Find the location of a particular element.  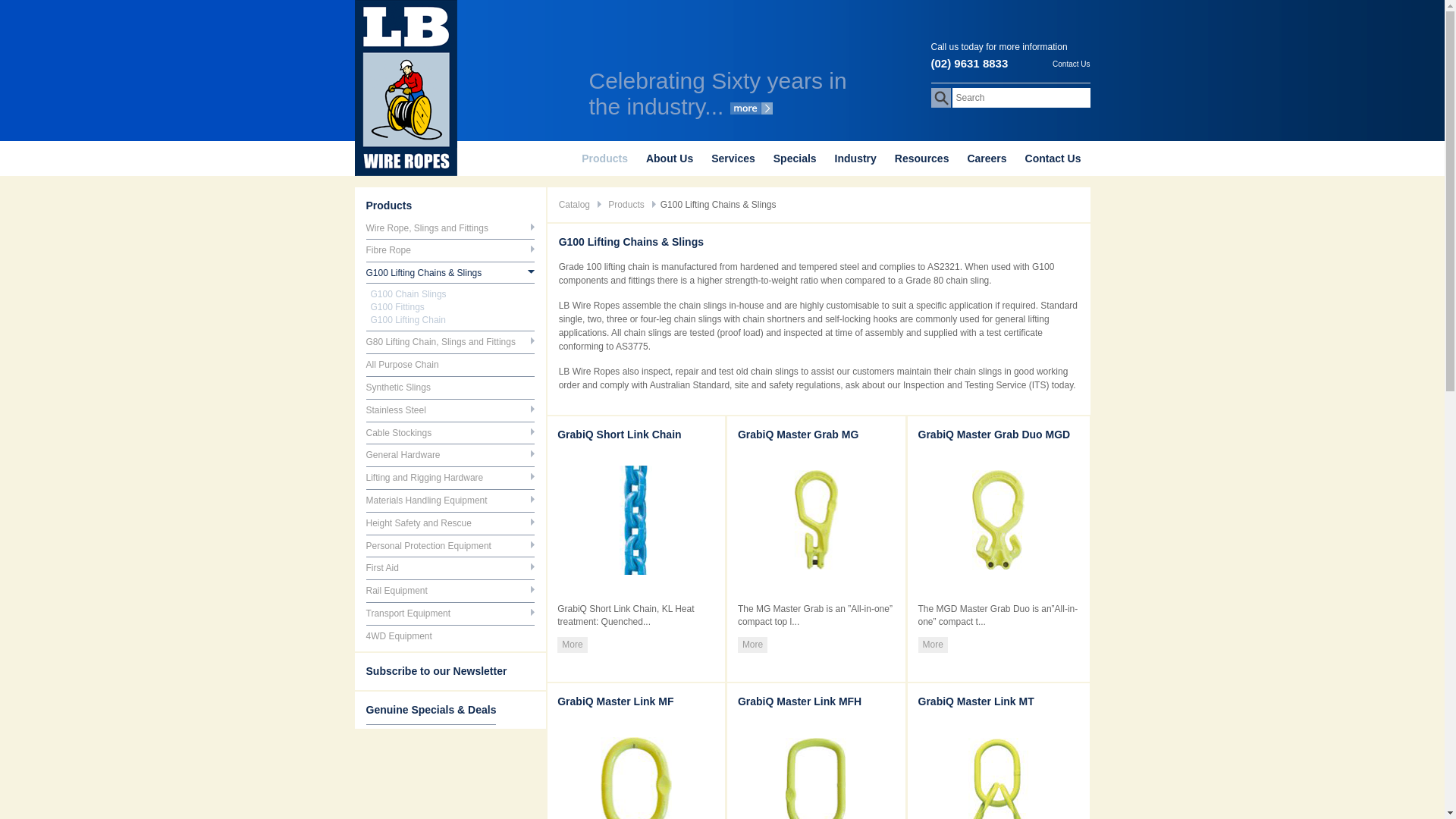

'Products' is located at coordinates (388, 205).